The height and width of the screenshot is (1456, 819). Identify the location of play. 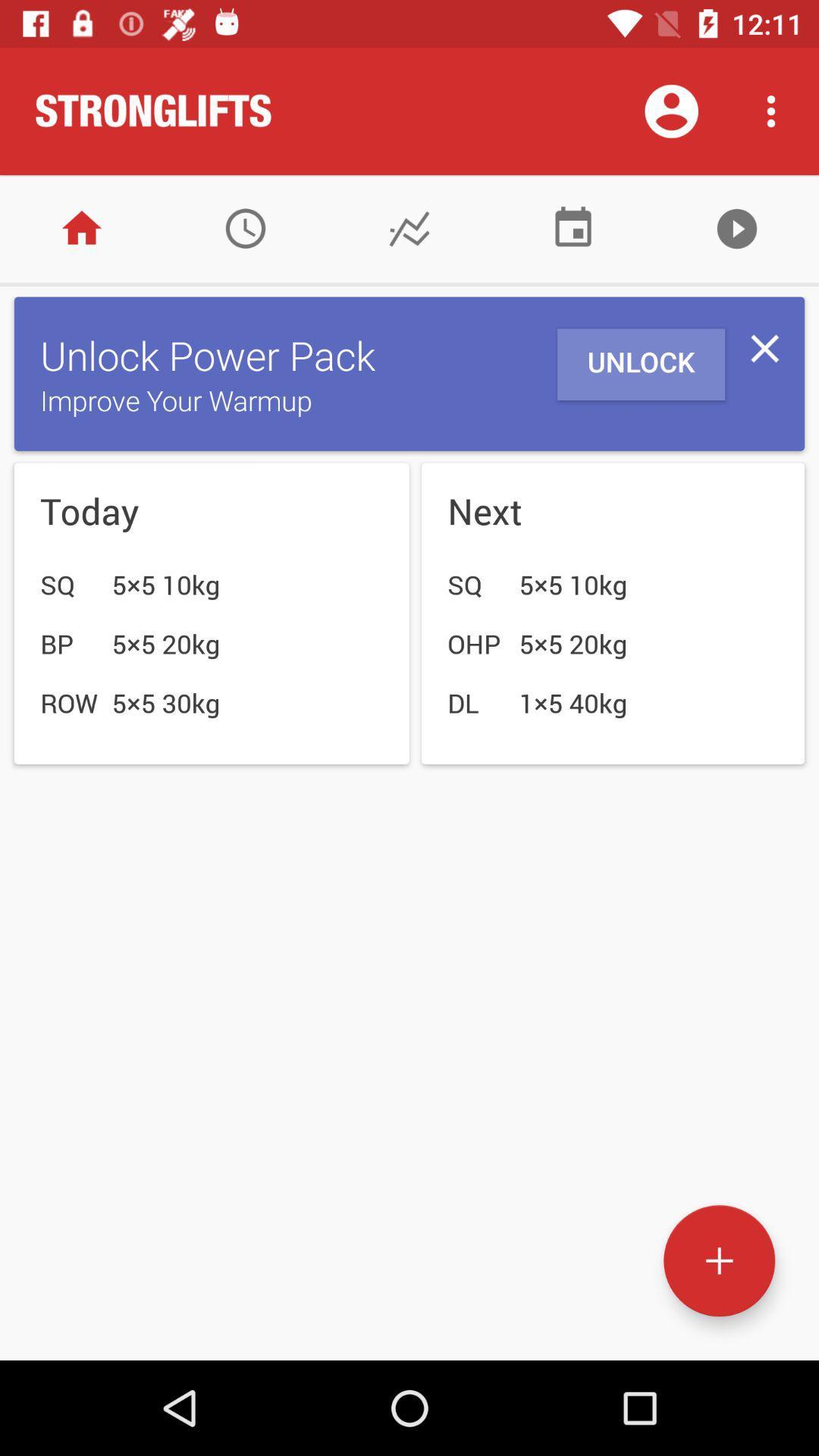
(736, 227).